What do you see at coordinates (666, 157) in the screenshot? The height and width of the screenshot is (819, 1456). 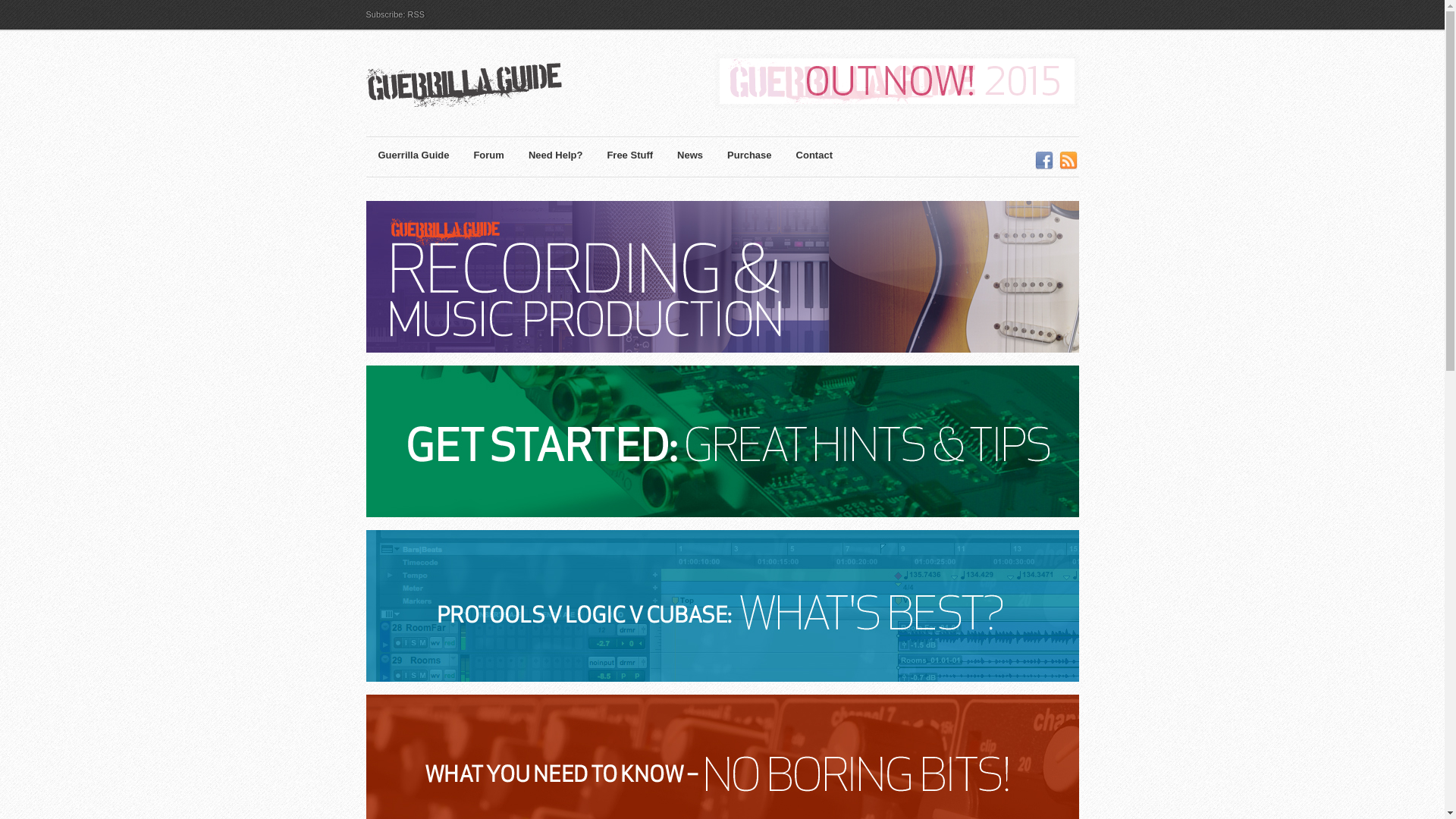 I see `'News'` at bounding box center [666, 157].